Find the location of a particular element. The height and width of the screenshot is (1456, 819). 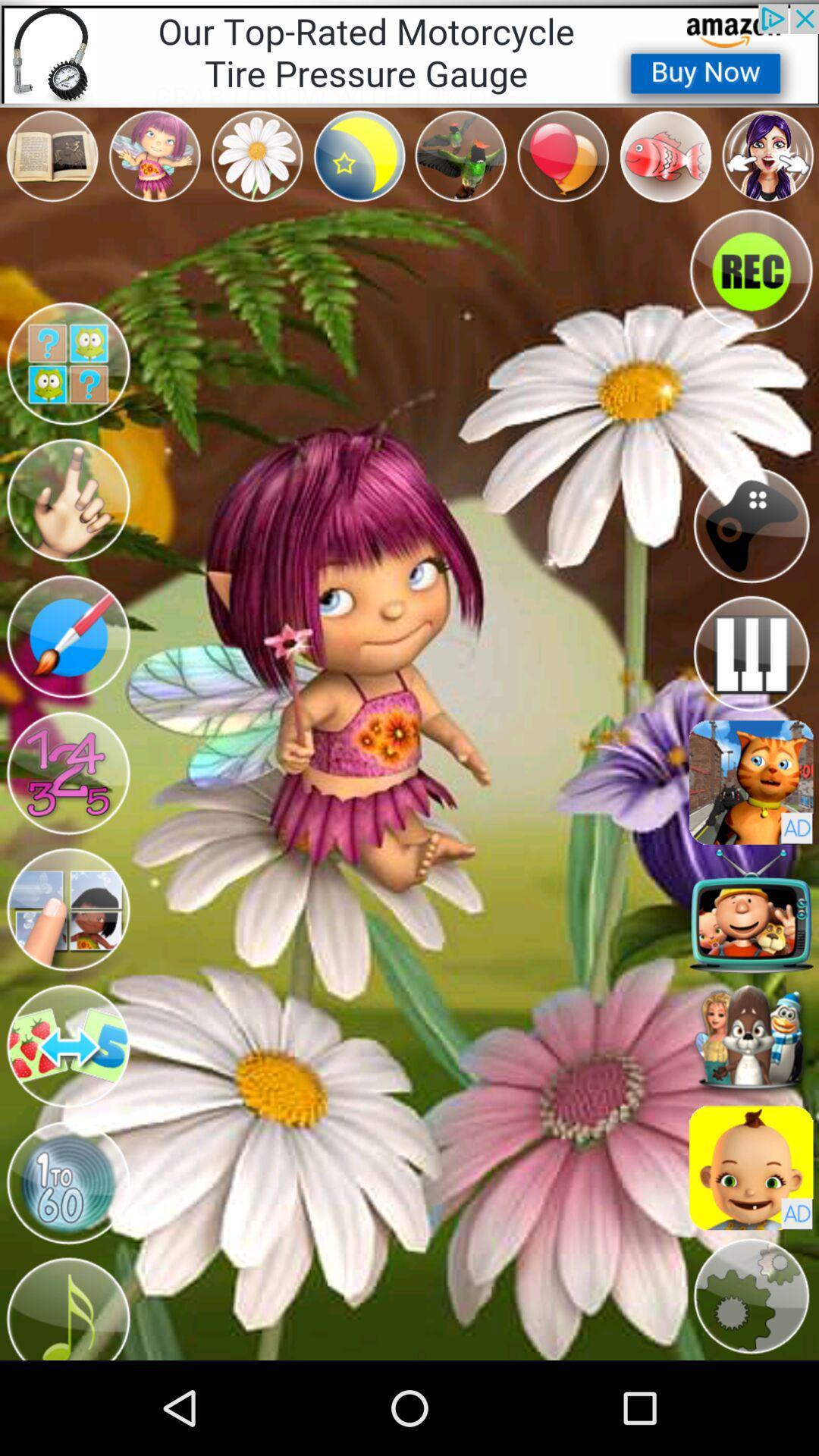

the game settings is located at coordinates (751, 1295).